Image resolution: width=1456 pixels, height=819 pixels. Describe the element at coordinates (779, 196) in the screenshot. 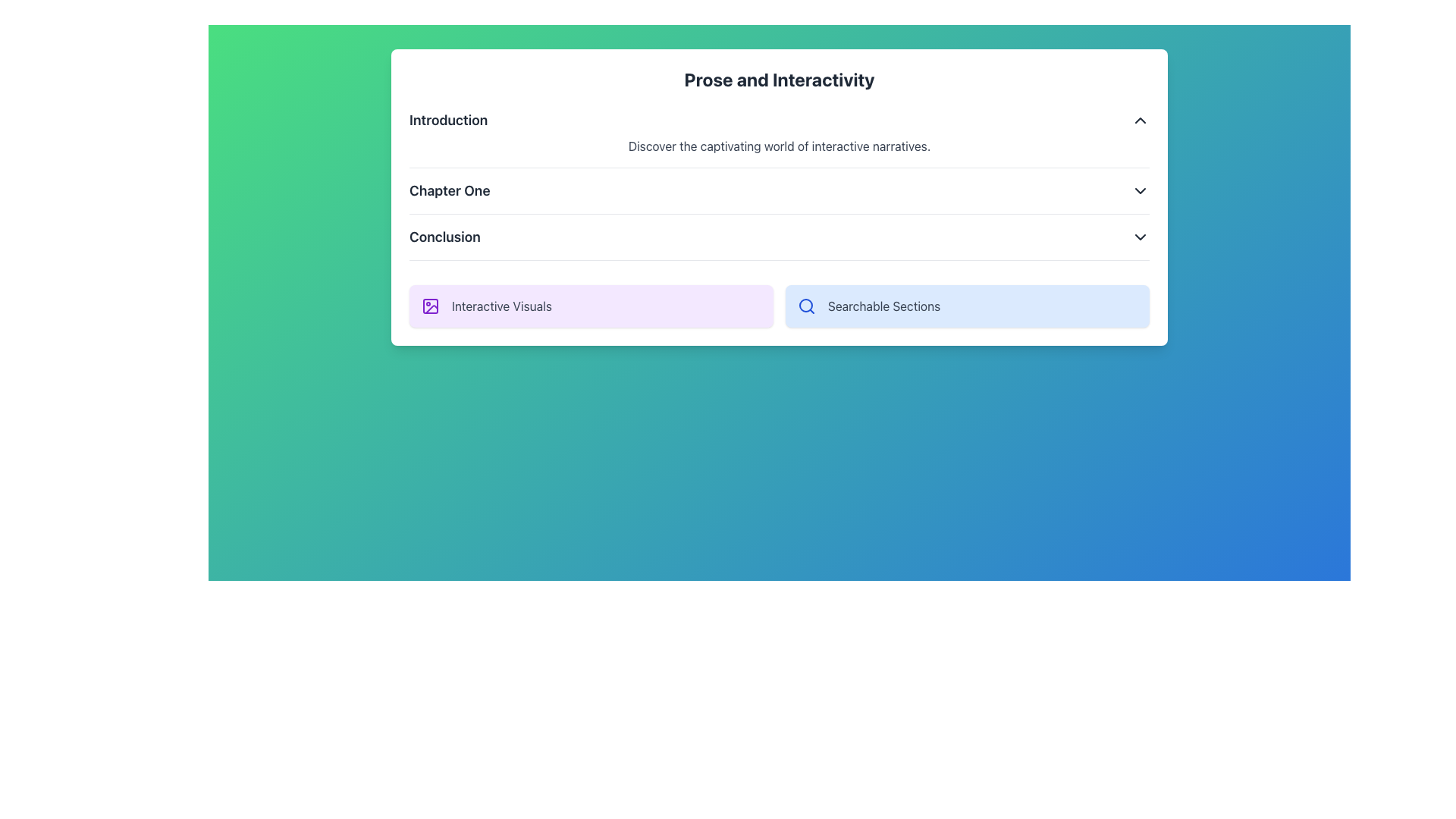

I see `the expandable section list item titled 'Chapter One' located under 'Prose and Interactivity' to trigger the interactive effect` at that location.